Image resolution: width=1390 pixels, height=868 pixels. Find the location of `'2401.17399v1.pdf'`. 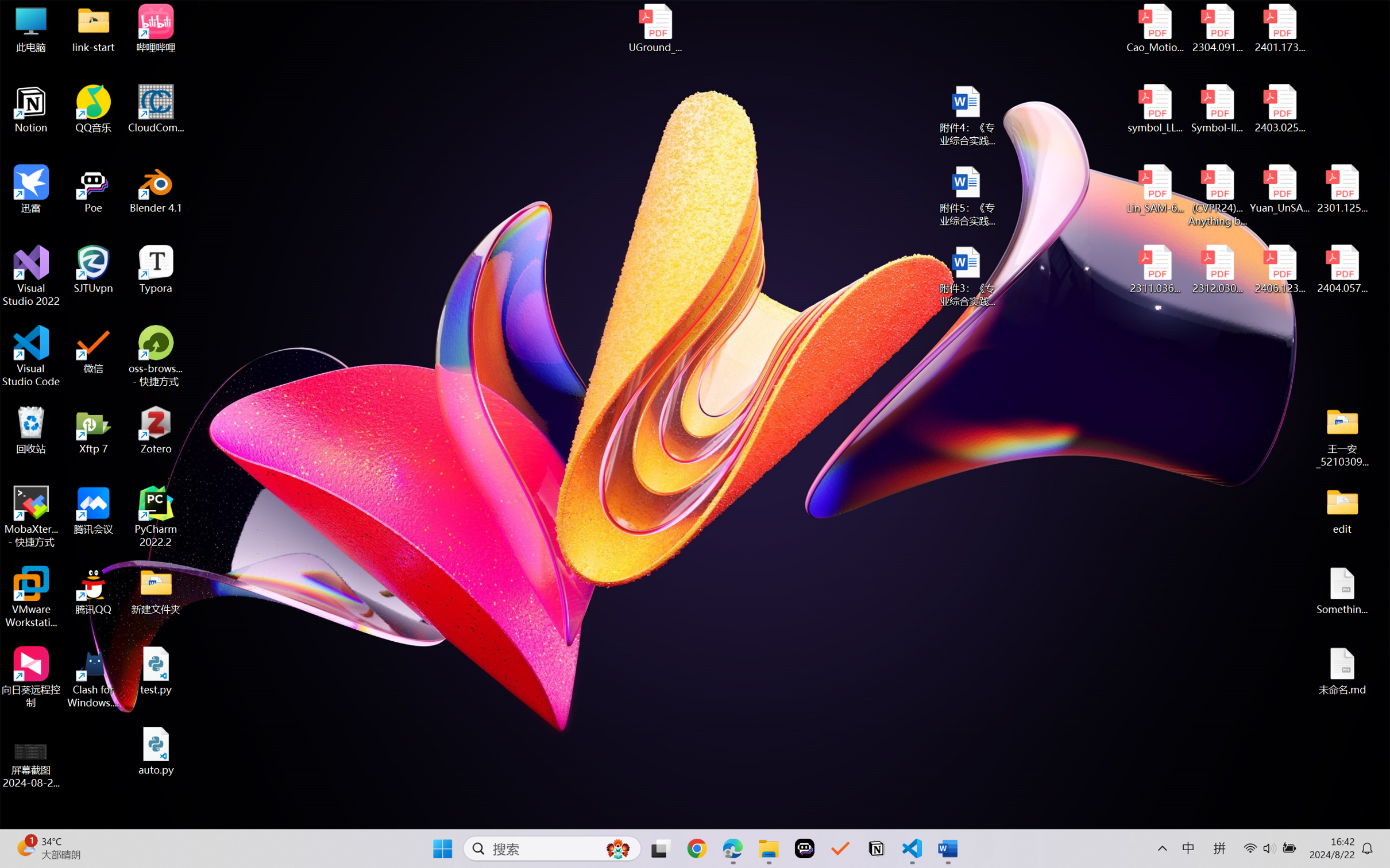

'2401.17399v1.pdf' is located at coordinates (1279, 28).